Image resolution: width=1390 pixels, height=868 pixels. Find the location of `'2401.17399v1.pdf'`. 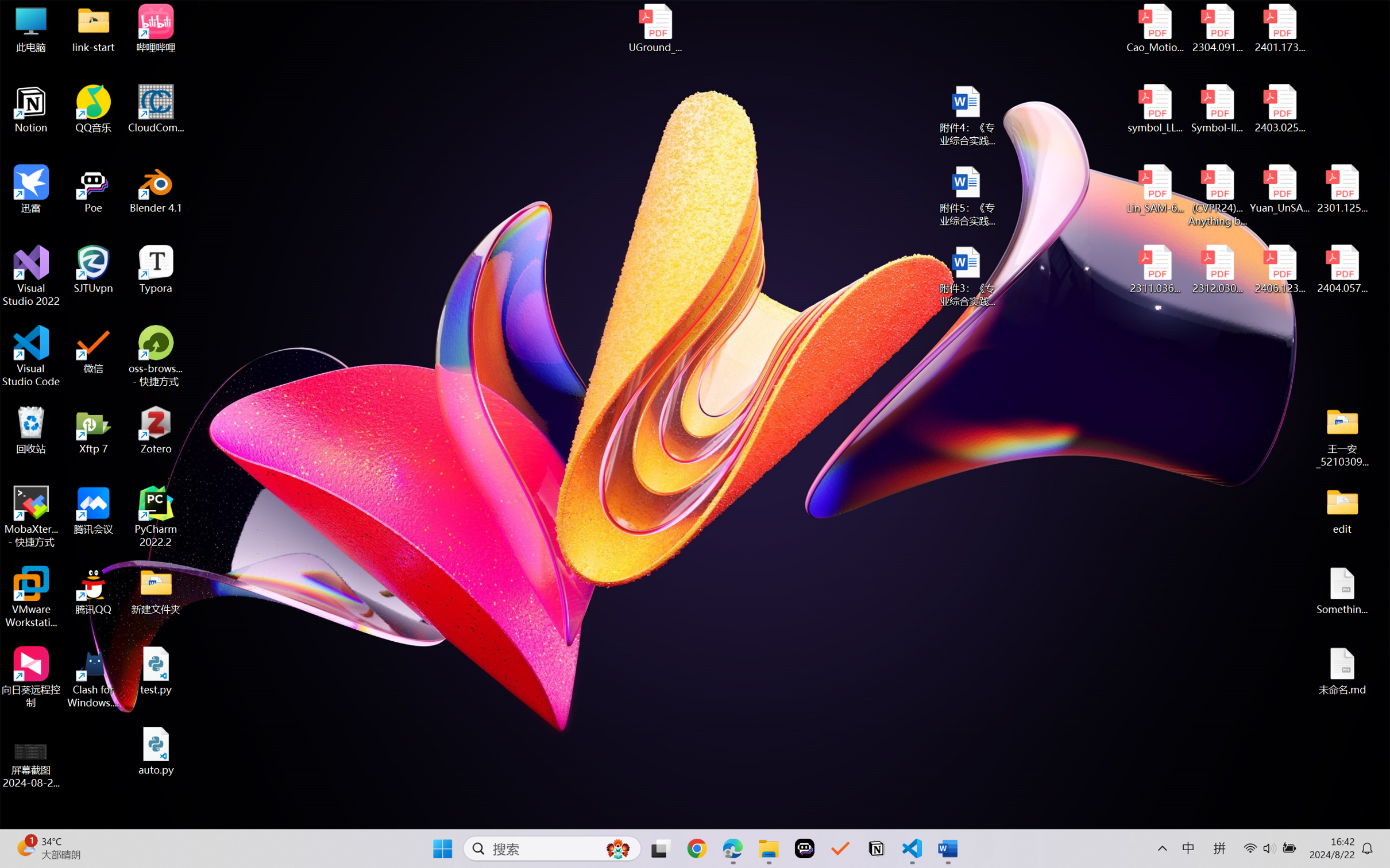

'2401.17399v1.pdf' is located at coordinates (1279, 28).